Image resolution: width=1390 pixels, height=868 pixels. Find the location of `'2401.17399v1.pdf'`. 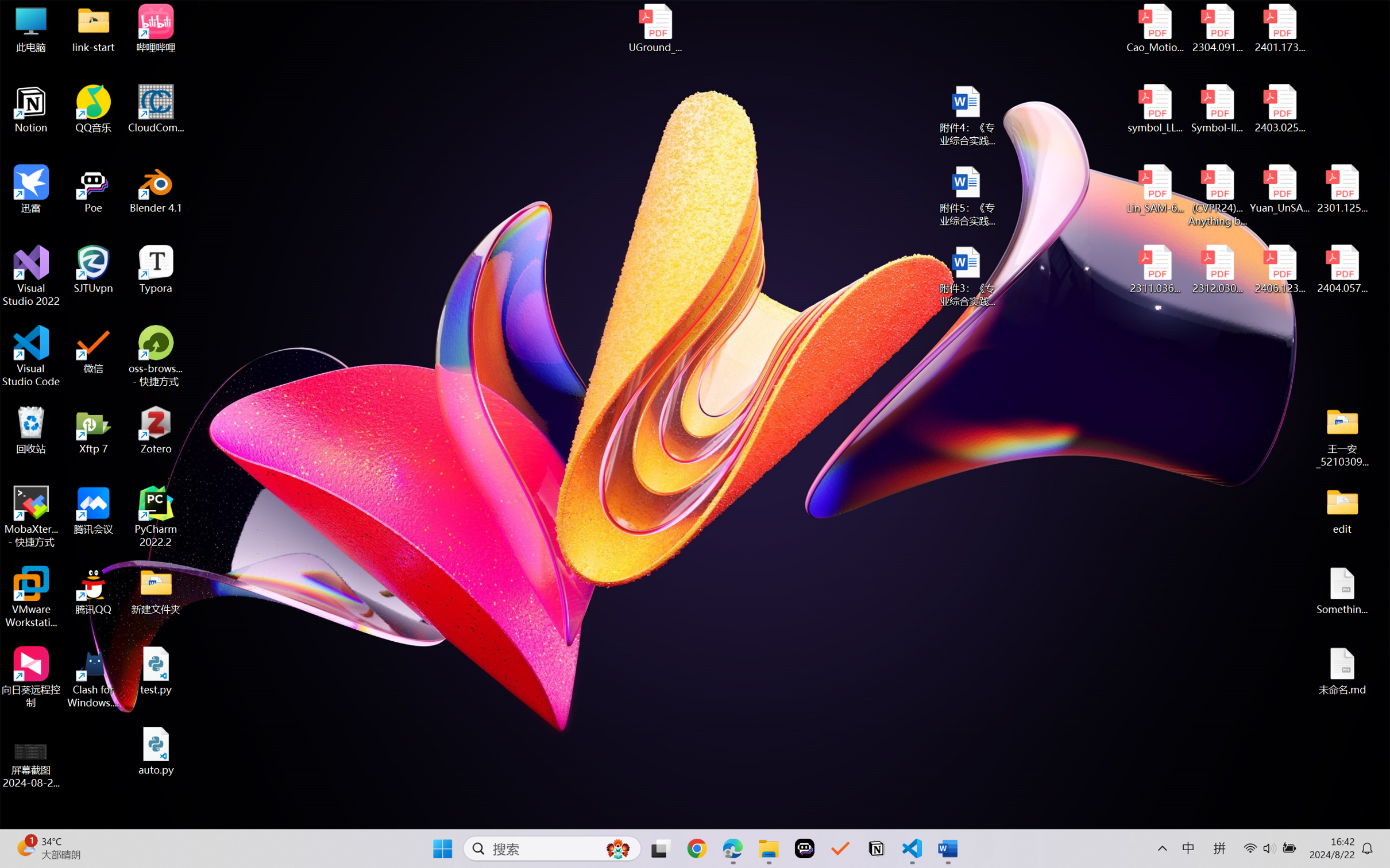

'2401.17399v1.pdf' is located at coordinates (1279, 28).